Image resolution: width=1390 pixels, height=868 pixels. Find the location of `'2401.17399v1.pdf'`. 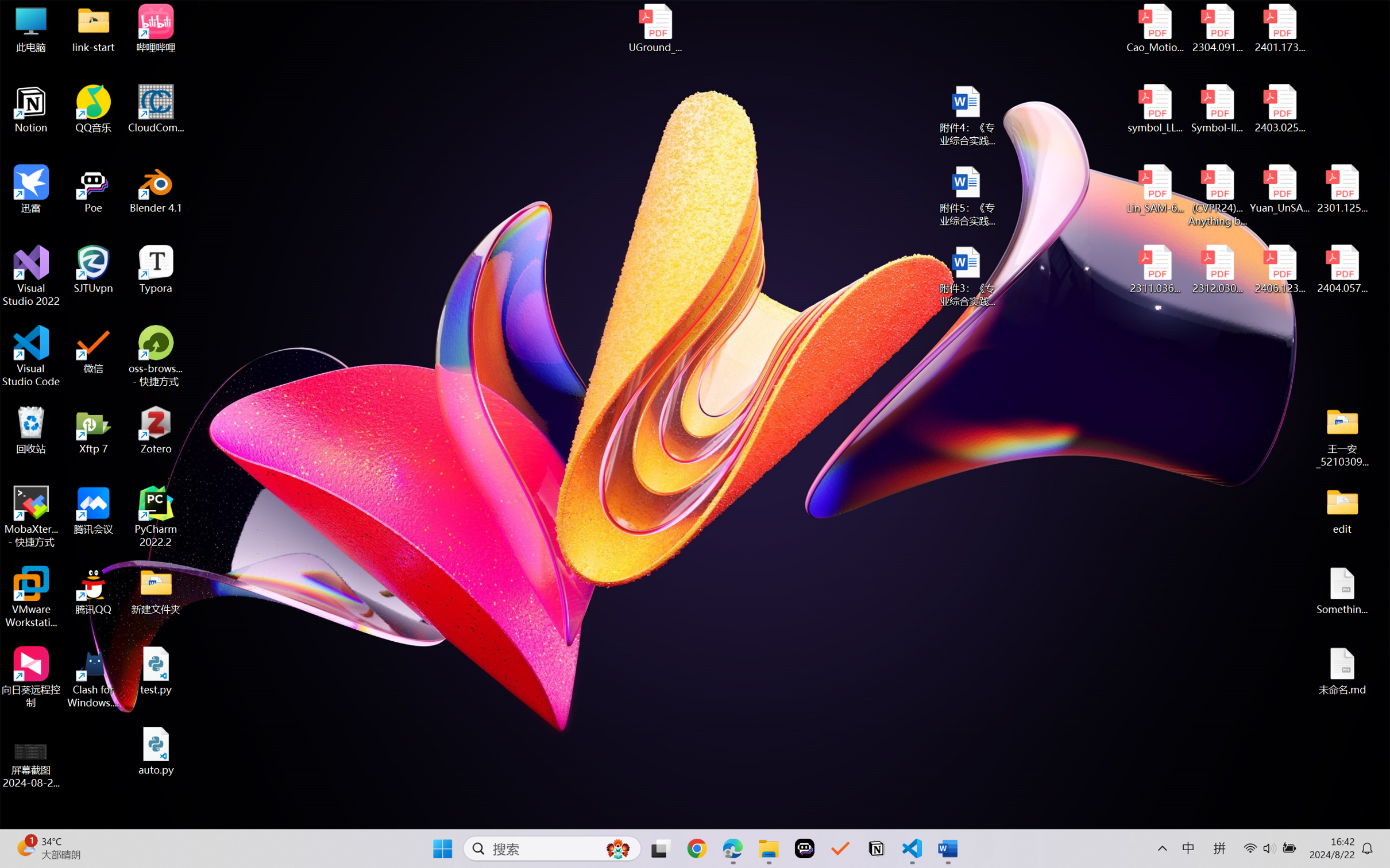

'2401.17399v1.pdf' is located at coordinates (1279, 28).